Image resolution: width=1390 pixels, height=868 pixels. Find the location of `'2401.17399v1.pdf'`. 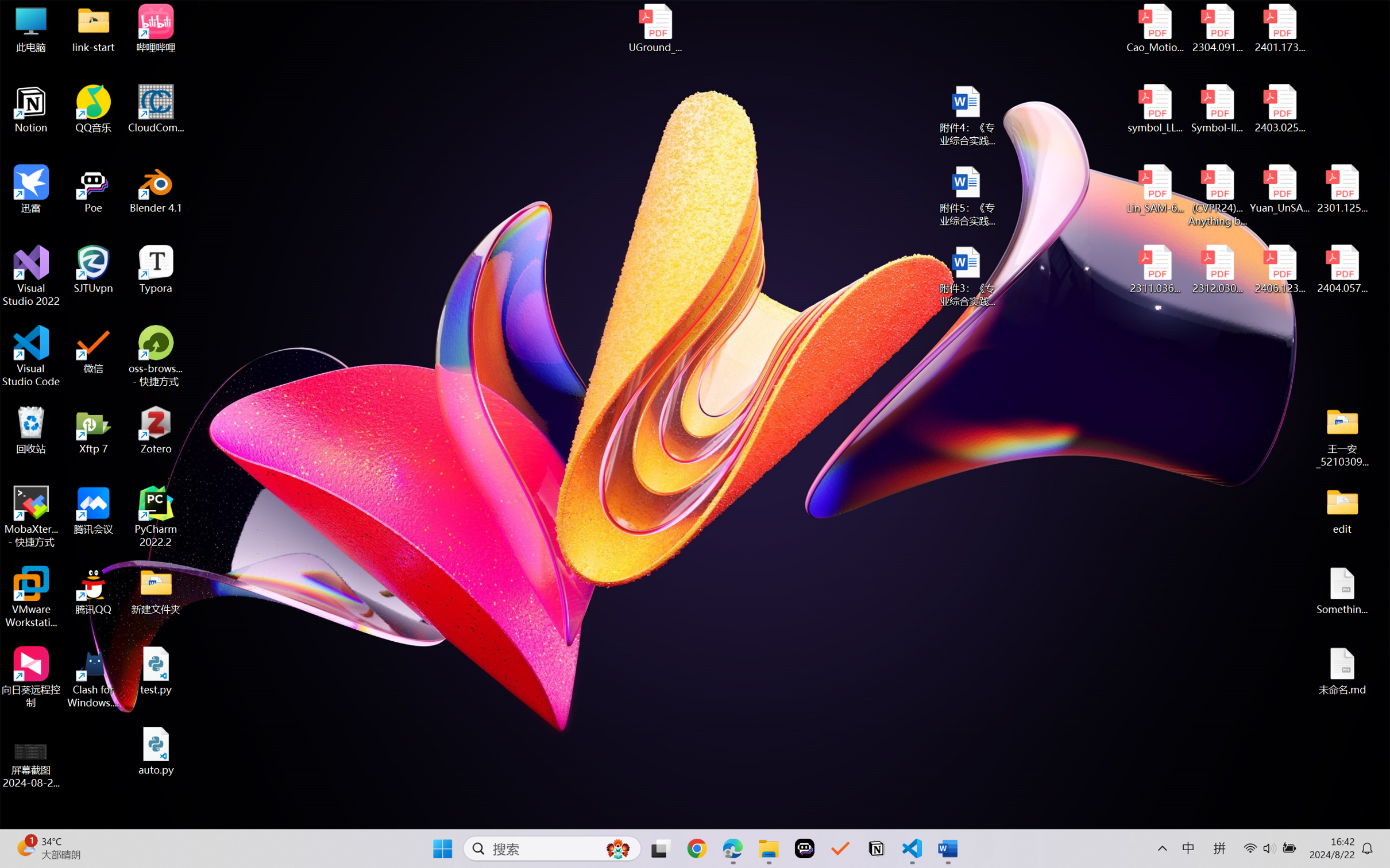

'2401.17399v1.pdf' is located at coordinates (1279, 28).